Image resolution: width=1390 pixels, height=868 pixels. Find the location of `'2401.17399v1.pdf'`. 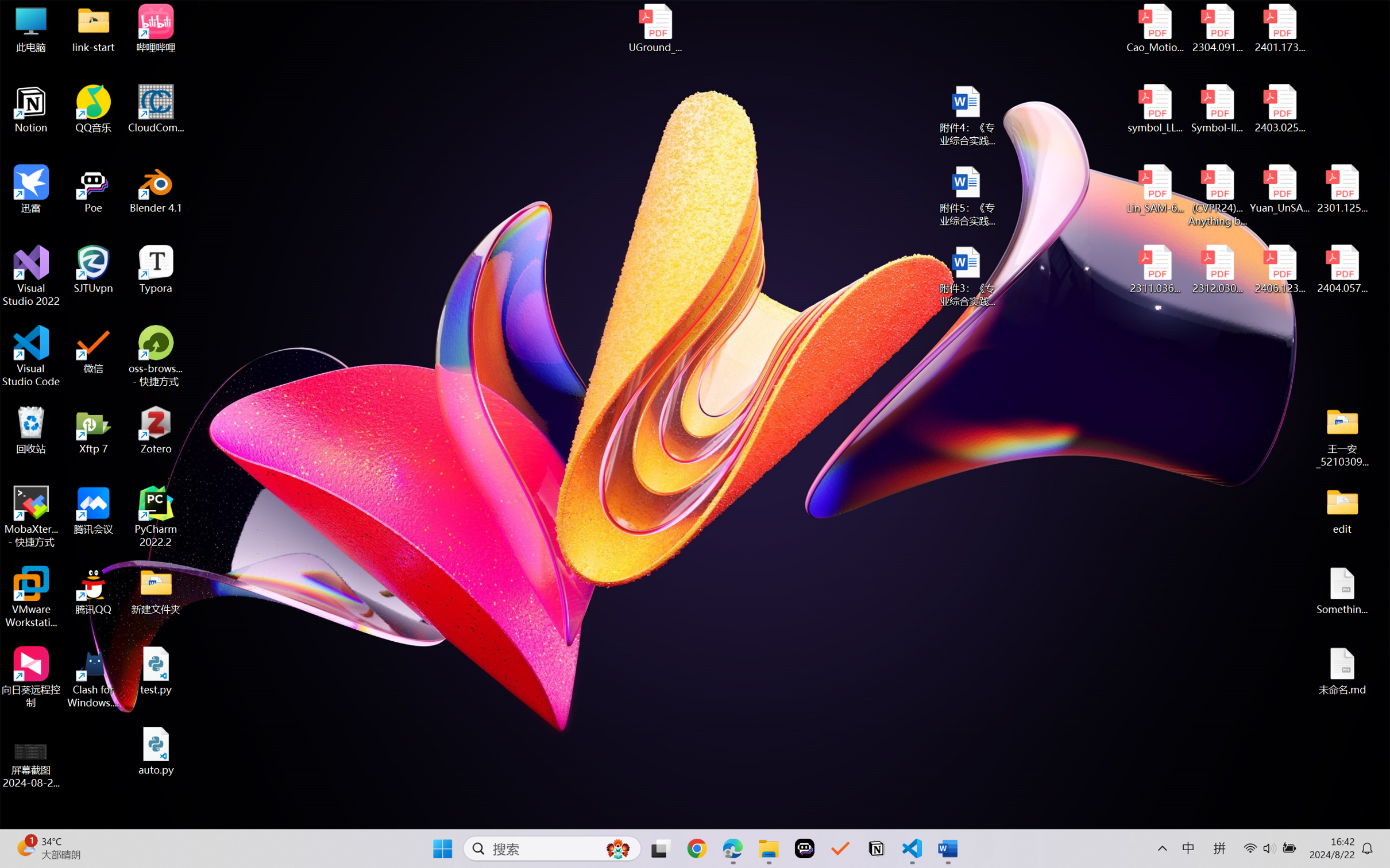

'2401.17399v1.pdf' is located at coordinates (1279, 28).